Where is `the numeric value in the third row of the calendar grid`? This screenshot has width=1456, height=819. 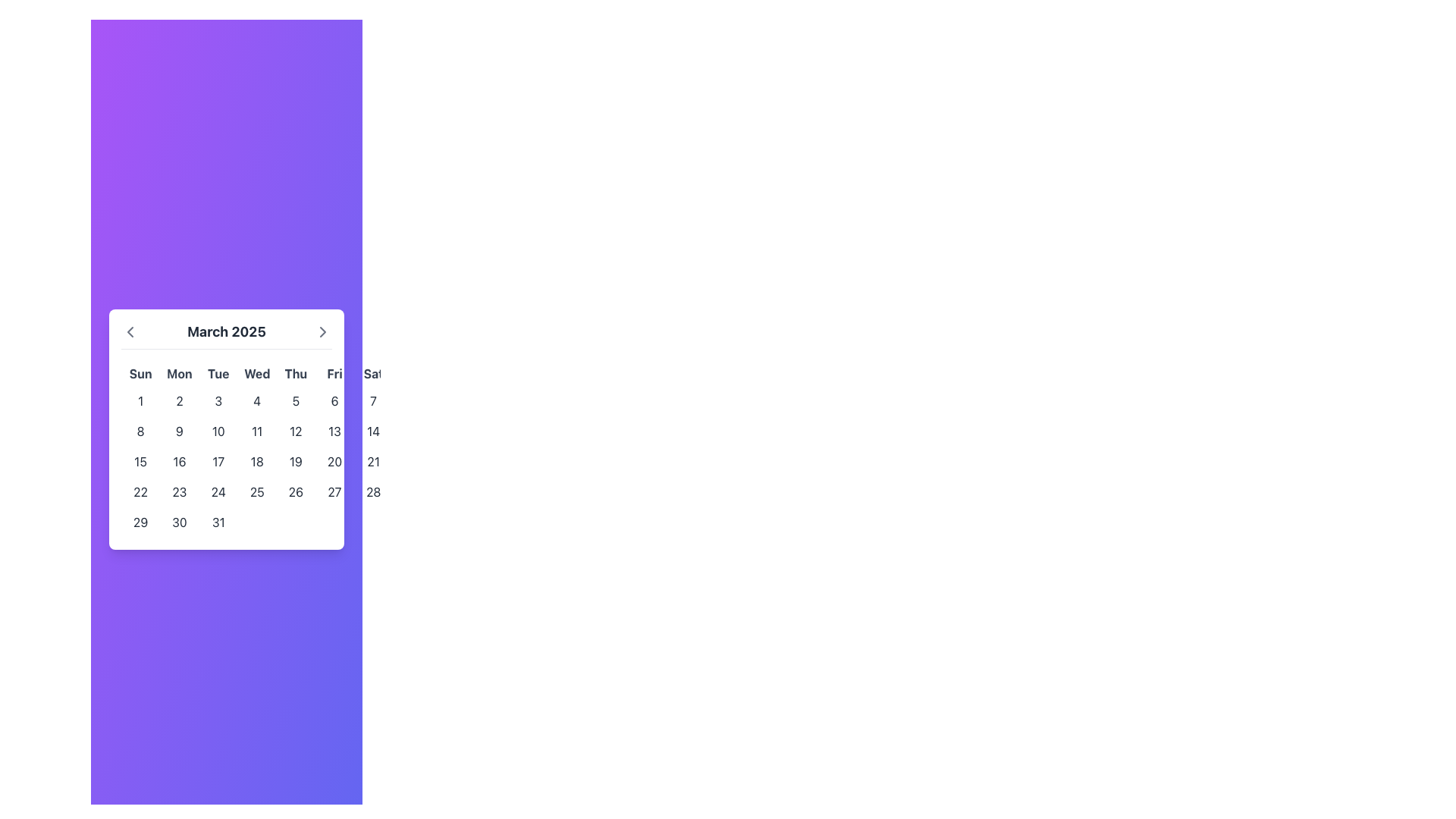 the numeric value in the third row of the calendar grid is located at coordinates (257, 460).